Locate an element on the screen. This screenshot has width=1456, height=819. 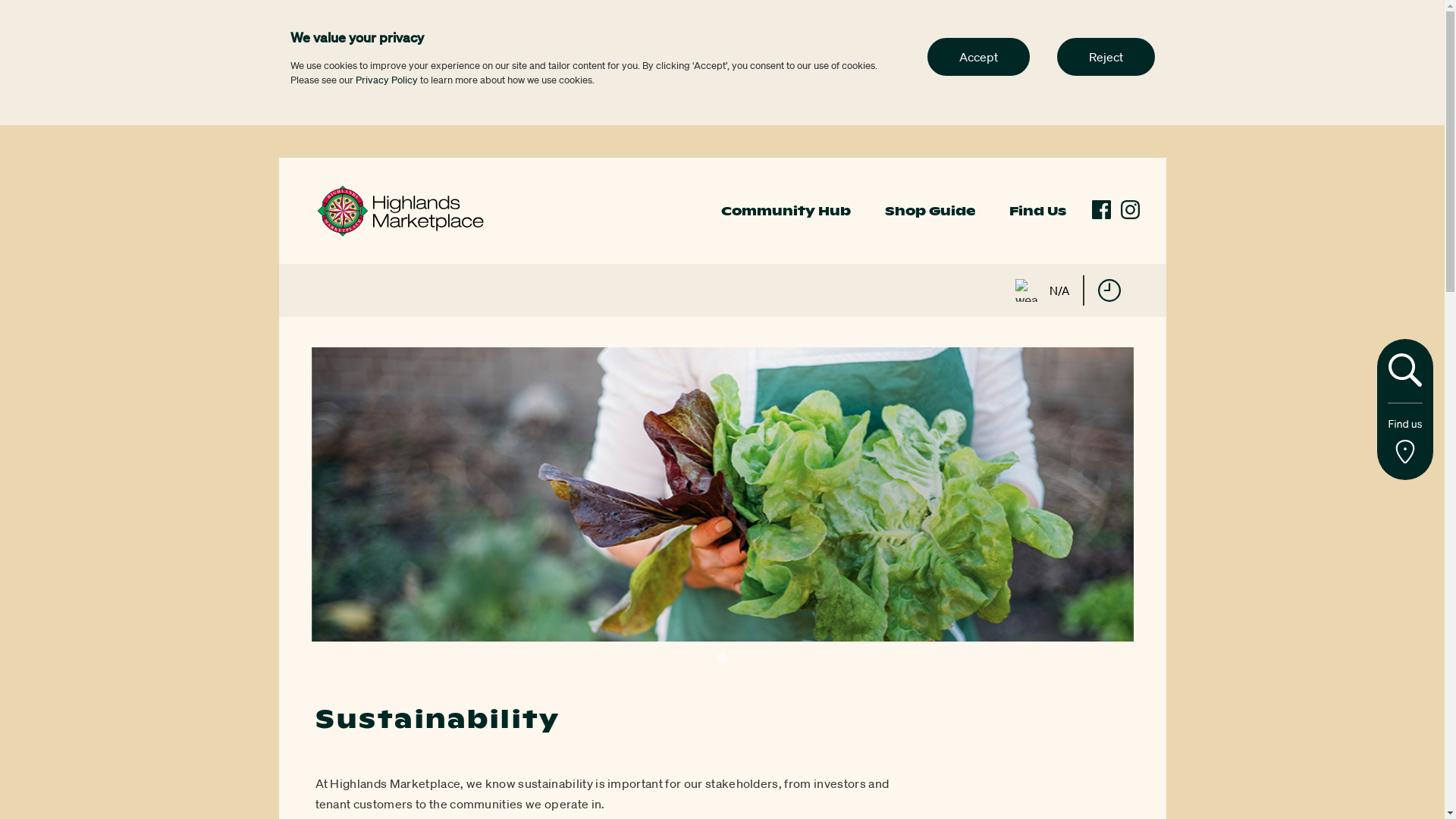
'Privacy Policy' is located at coordinates (353, 80).